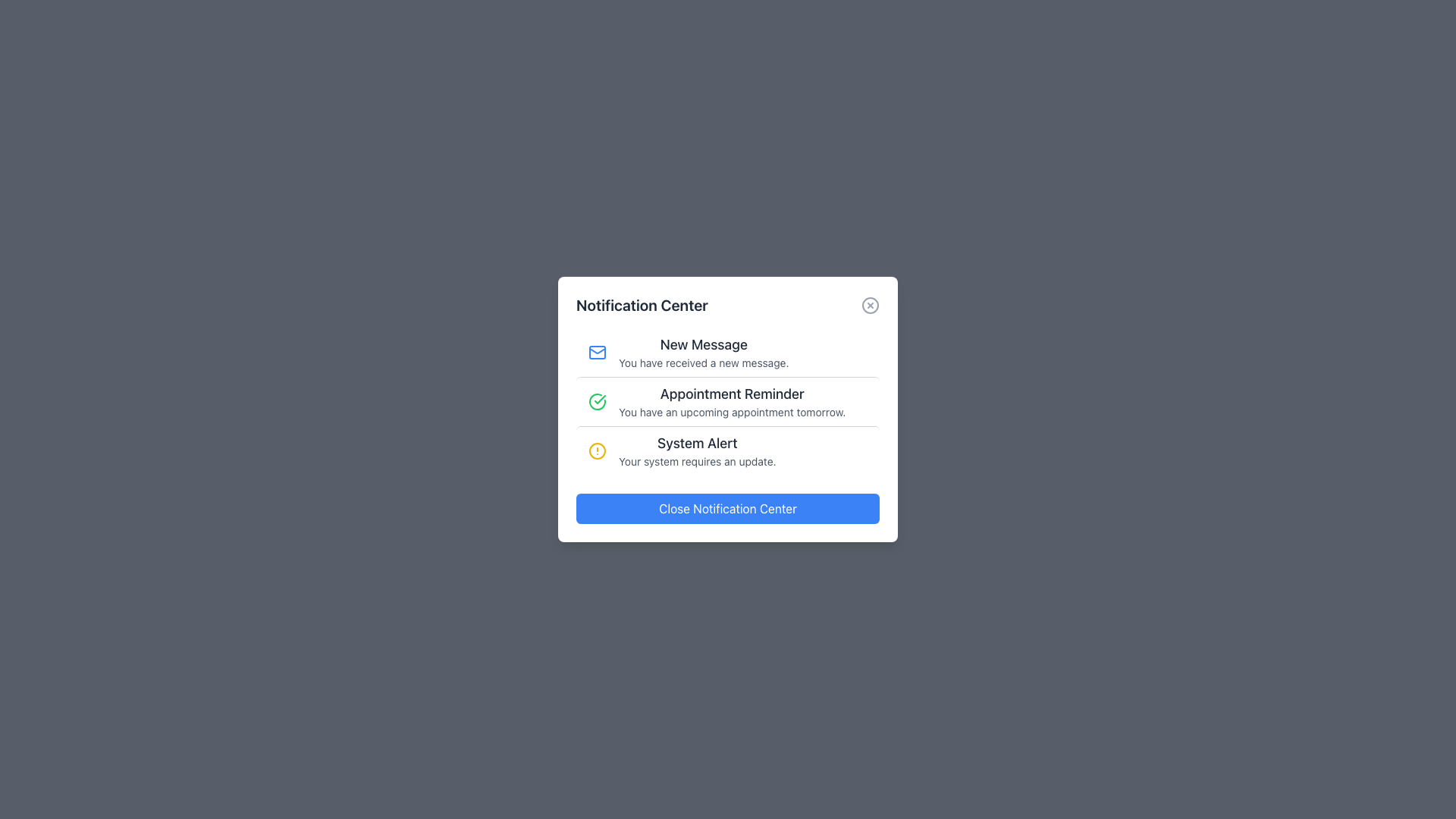 Image resolution: width=1456 pixels, height=819 pixels. Describe the element at coordinates (696, 444) in the screenshot. I see `the Text label displaying 'System Alert', which is positioned in the middle of the notification card, serving as a header for the associated details` at that location.